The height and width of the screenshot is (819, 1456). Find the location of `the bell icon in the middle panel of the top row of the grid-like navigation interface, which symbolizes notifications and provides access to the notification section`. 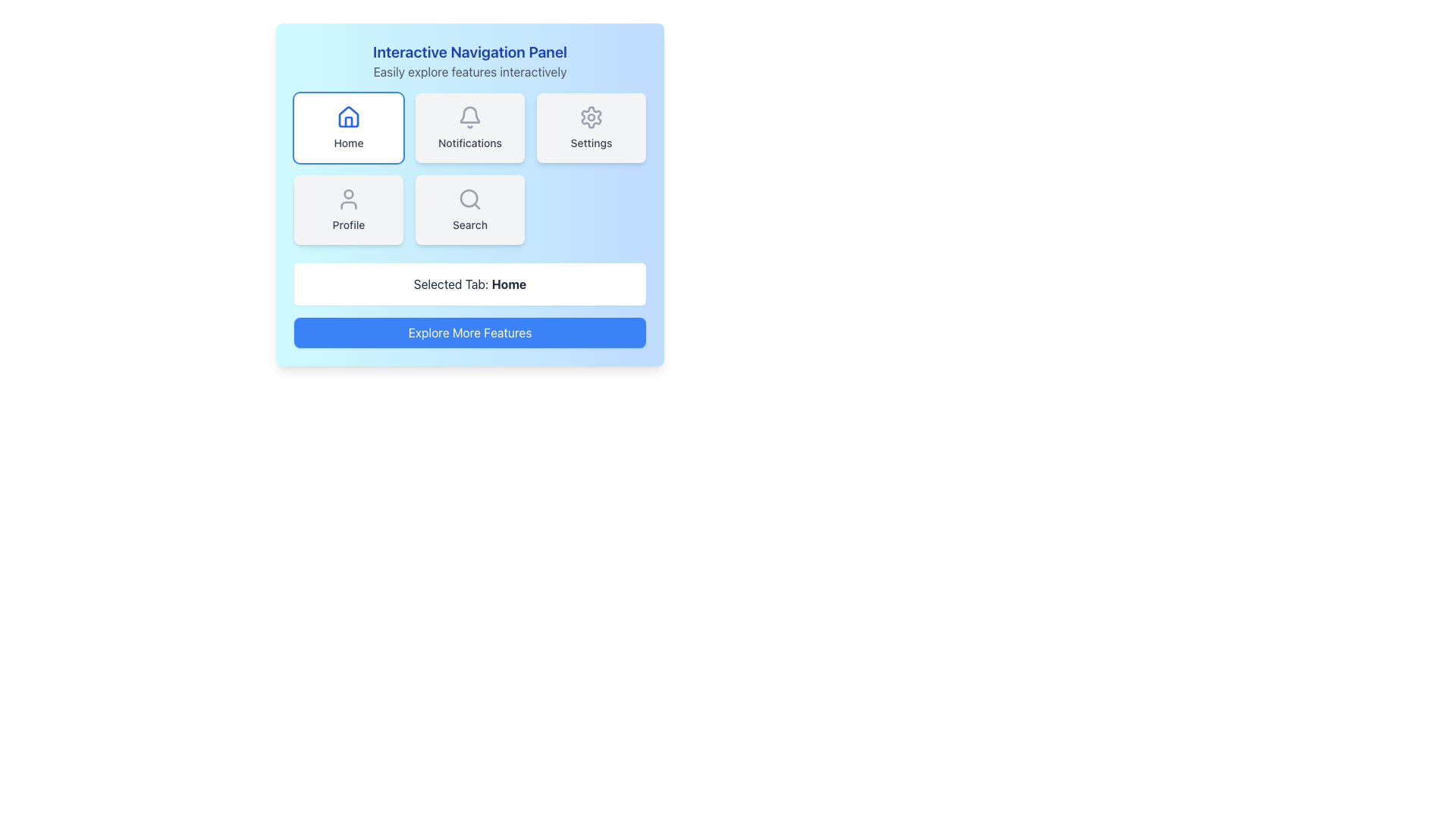

the bell icon in the middle panel of the top row of the grid-like navigation interface, which symbolizes notifications and provides access to the notification section is located at coordinates (469, 116).